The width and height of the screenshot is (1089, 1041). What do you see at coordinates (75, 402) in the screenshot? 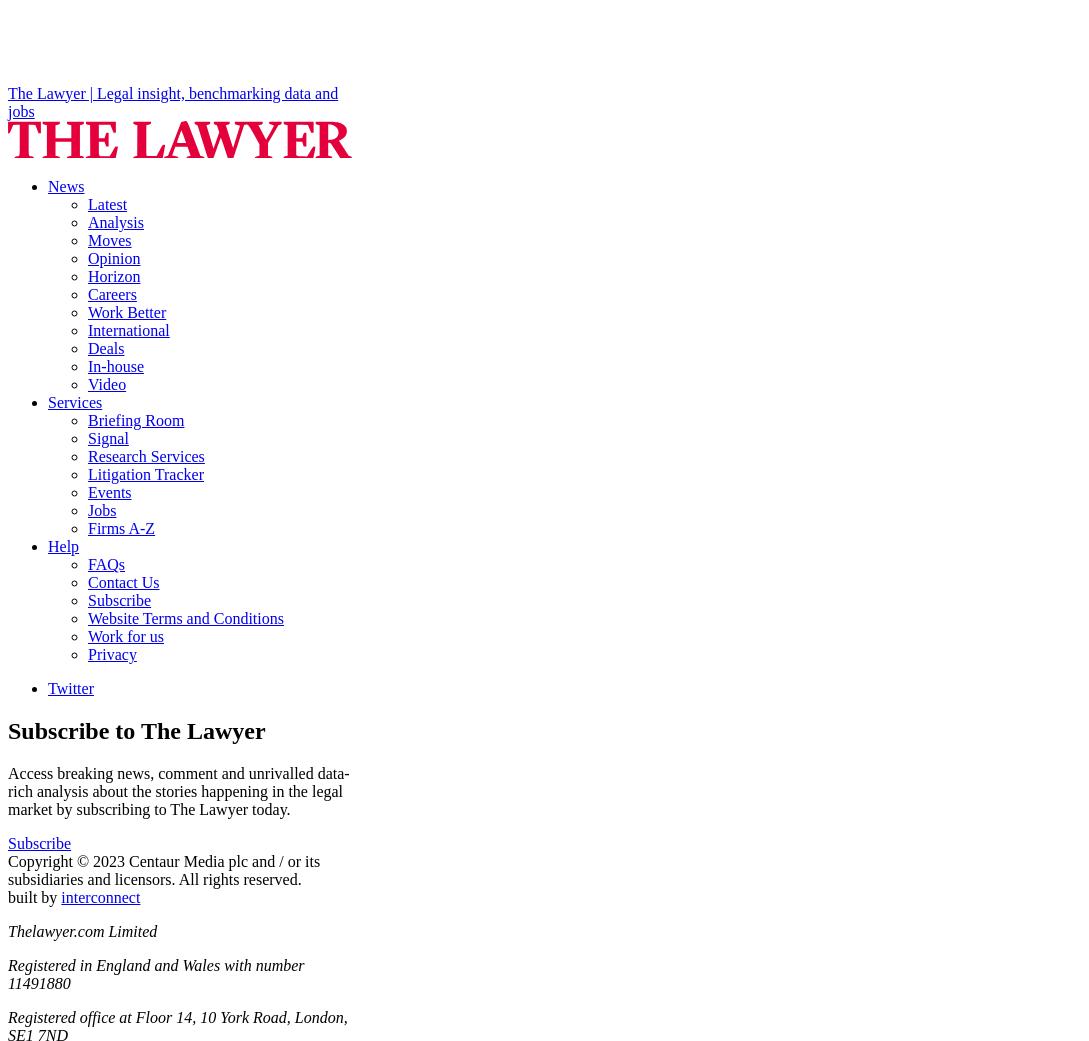
I see `'Services'` at bounding box center [75, 402].